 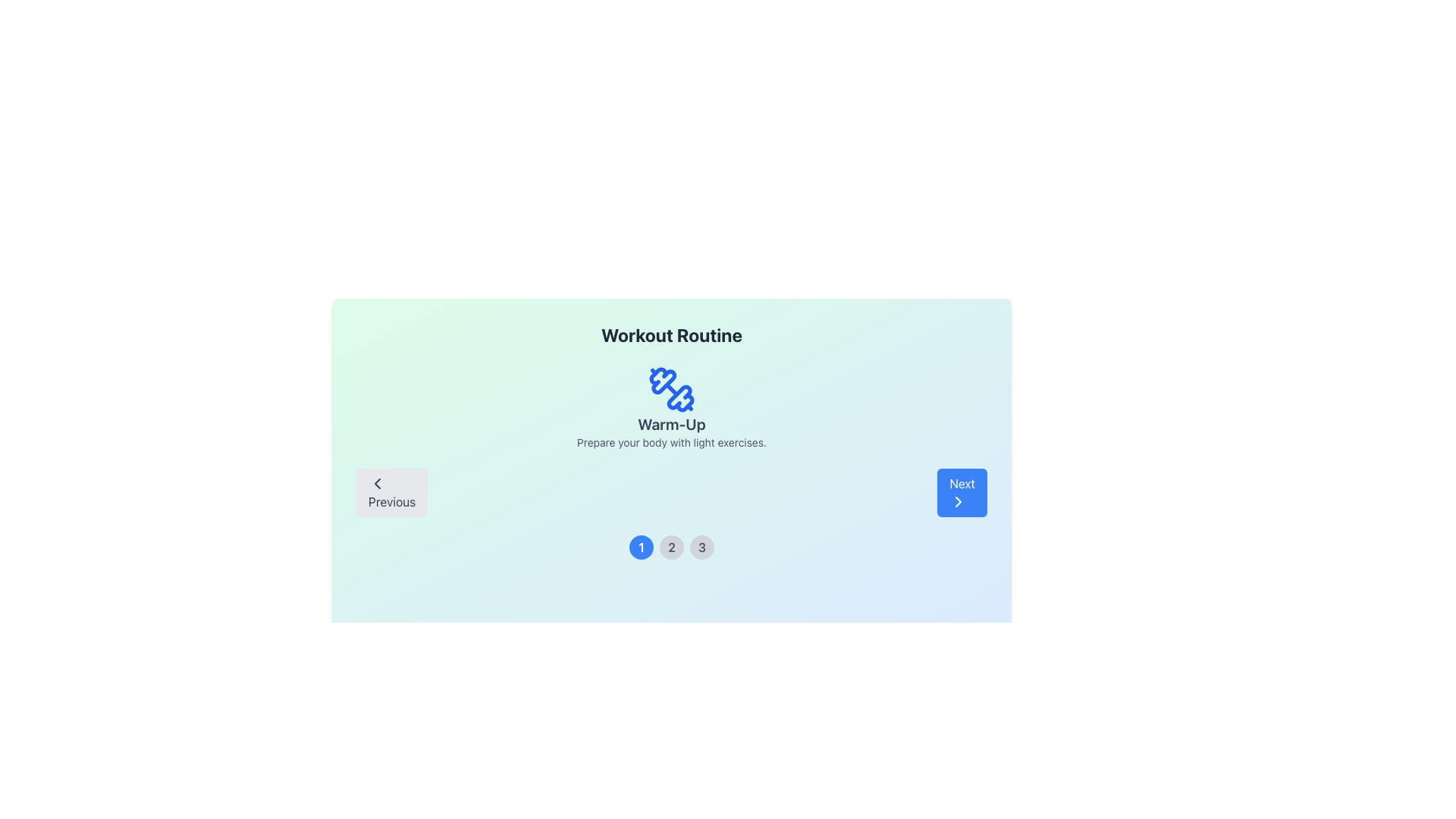 I want to click on the triangular chevron icon pointing right, which is located within a blue navigation button labeled 'Next' at the bottom-right corner of the main content area, so click(x=958, y=502).